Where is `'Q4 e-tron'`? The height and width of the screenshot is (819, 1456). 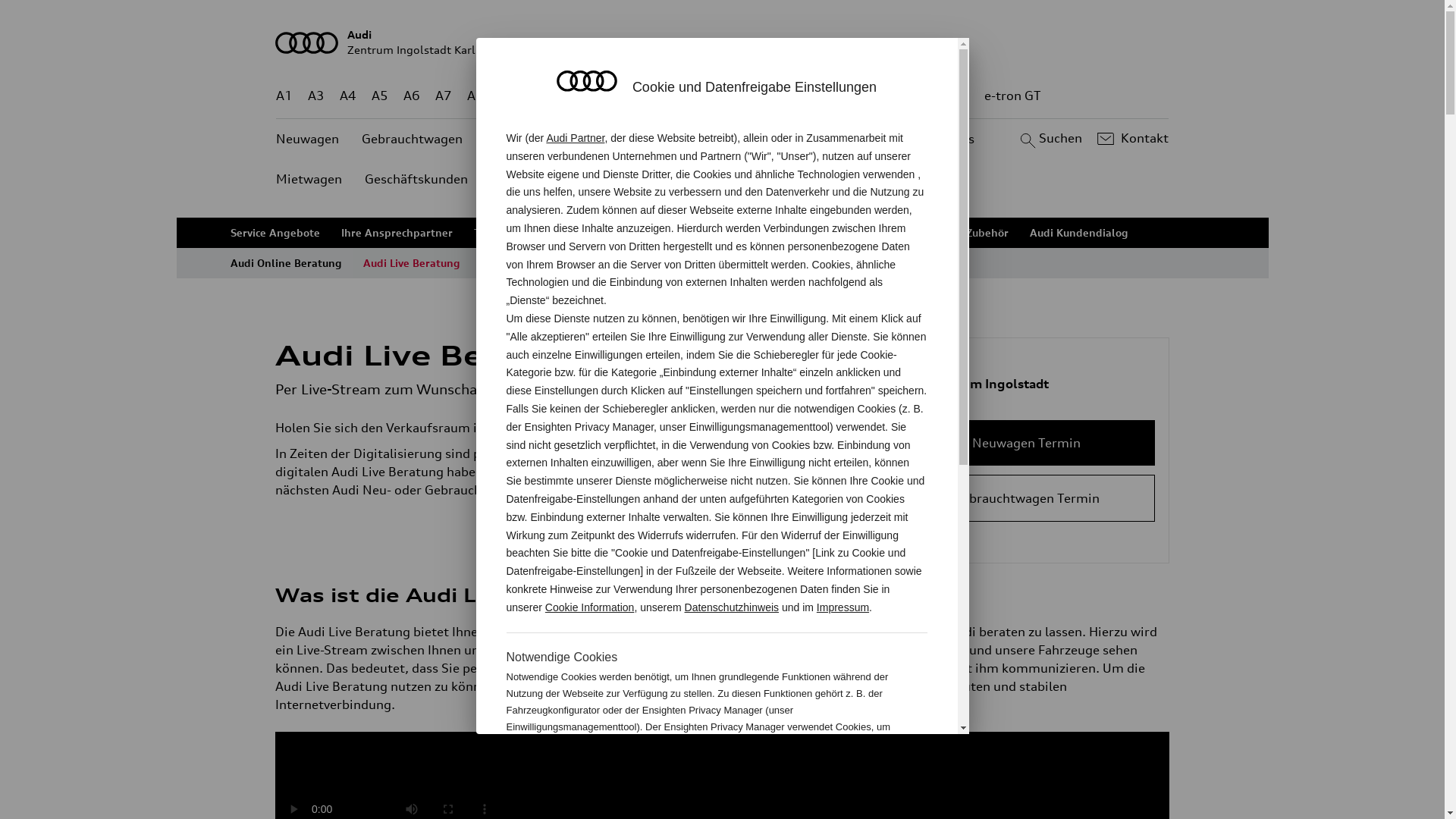
'Q4 e-tron' is located at coordinates (563, 96).